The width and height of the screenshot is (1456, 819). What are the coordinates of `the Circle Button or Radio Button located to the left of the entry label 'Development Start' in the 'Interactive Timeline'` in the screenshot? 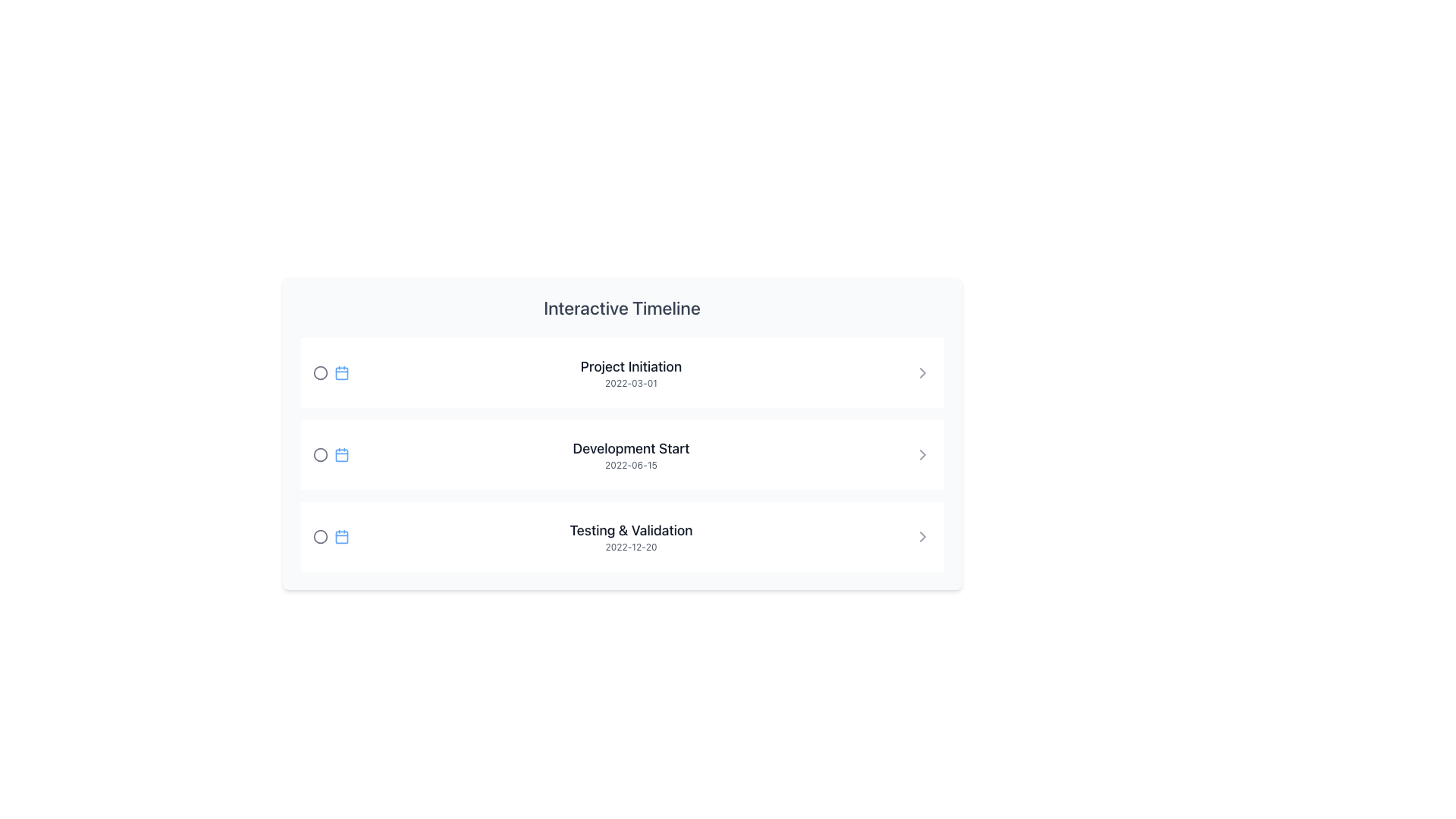 It's located at (319, 454).